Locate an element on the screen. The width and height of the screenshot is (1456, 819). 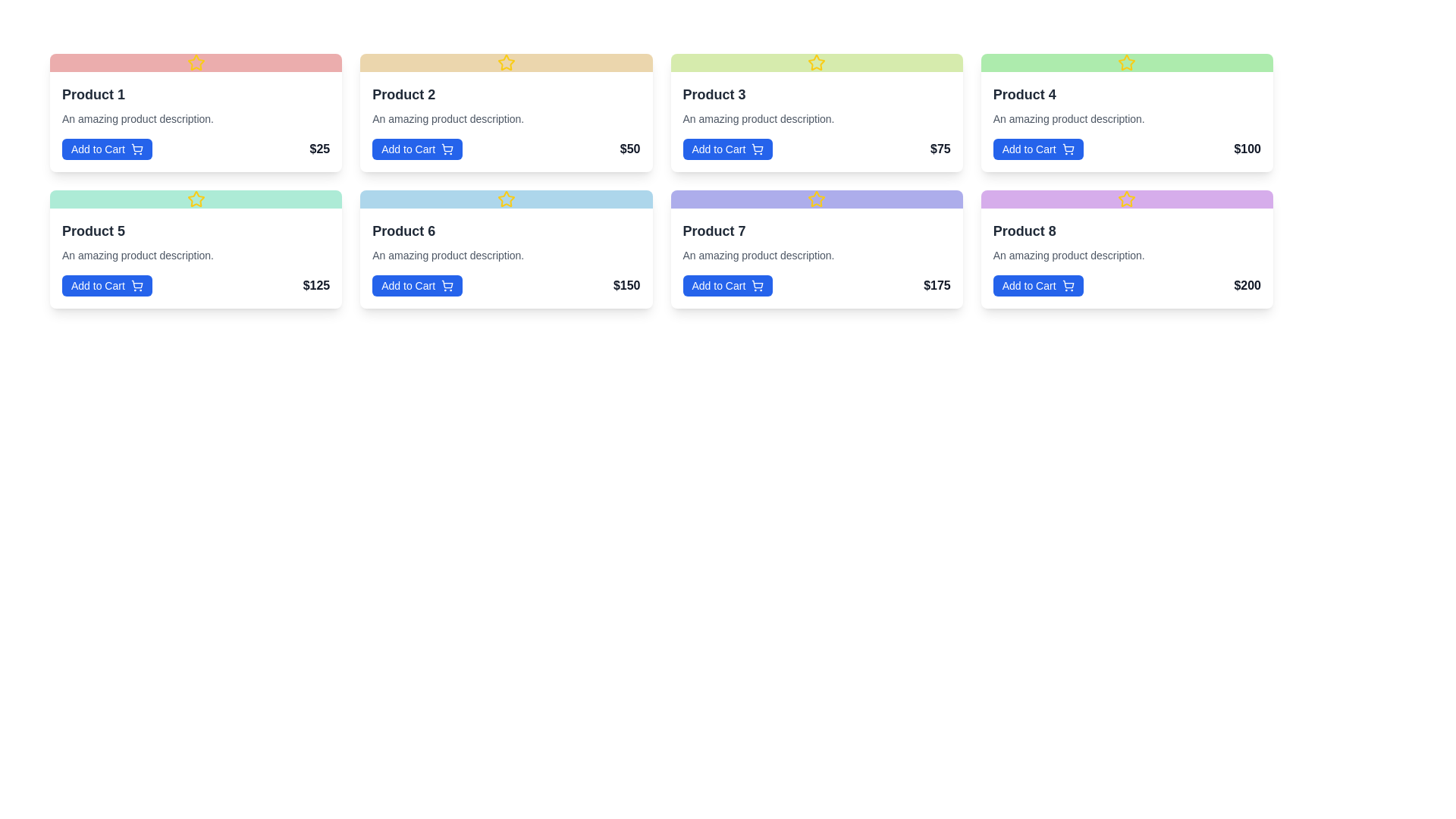
text from the Text Label displaying 'Product 4', which is styled in large, bold, dark gray font and located at the top of its product card is located at coordinates (1025, 94).